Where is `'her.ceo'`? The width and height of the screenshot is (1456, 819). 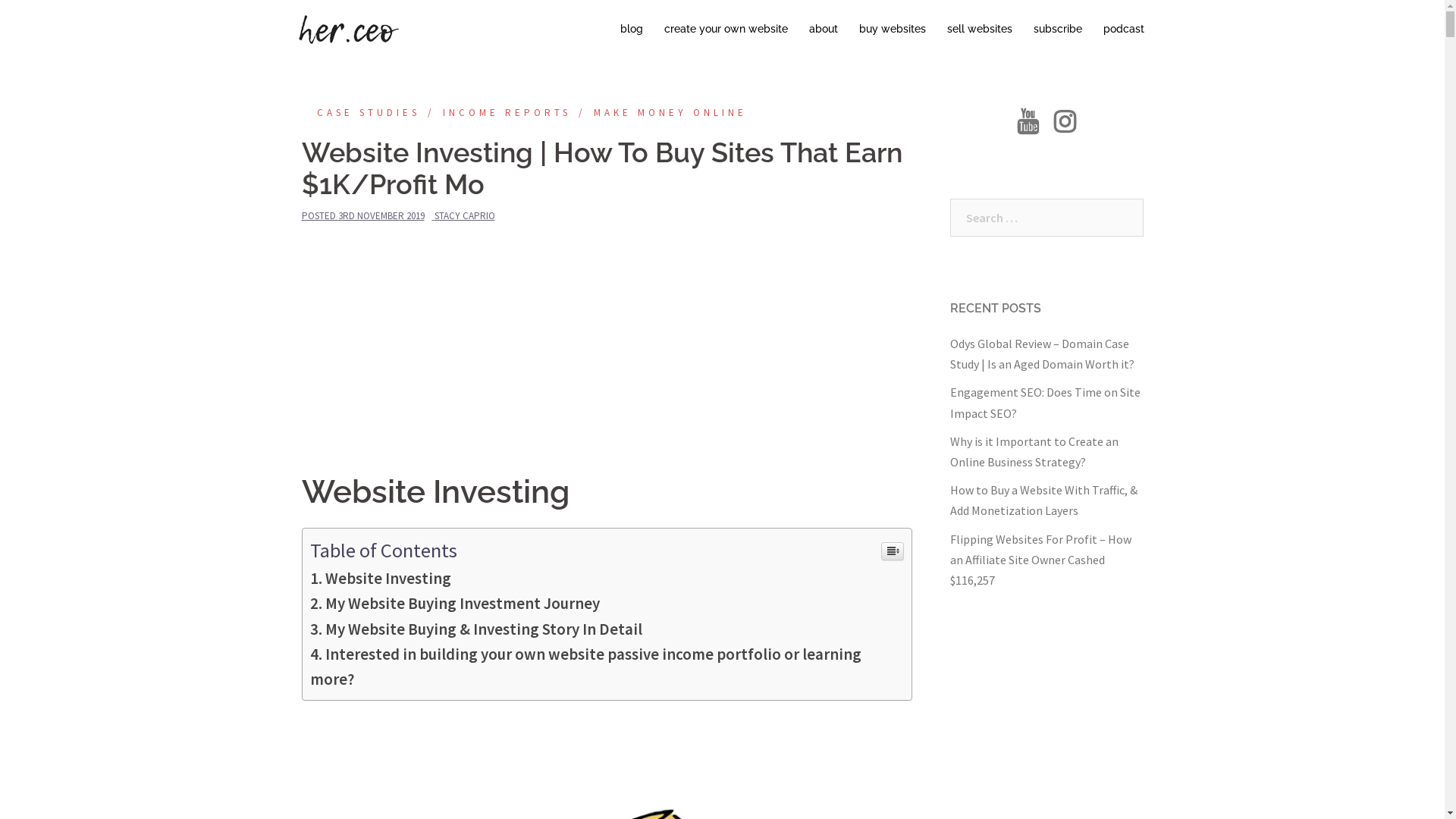
'her.ceo' is located at coordinates (346, 28).